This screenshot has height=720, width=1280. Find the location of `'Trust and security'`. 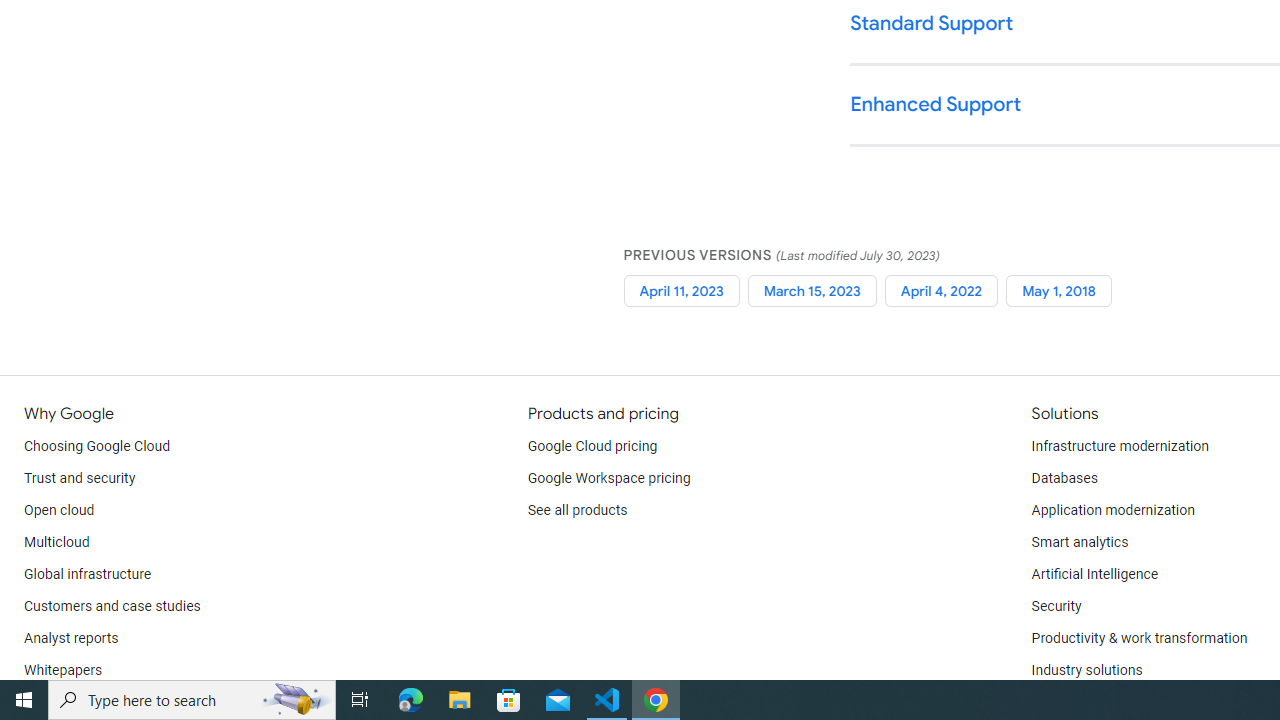

'Trust and security' is located at coordinates (80, 479).